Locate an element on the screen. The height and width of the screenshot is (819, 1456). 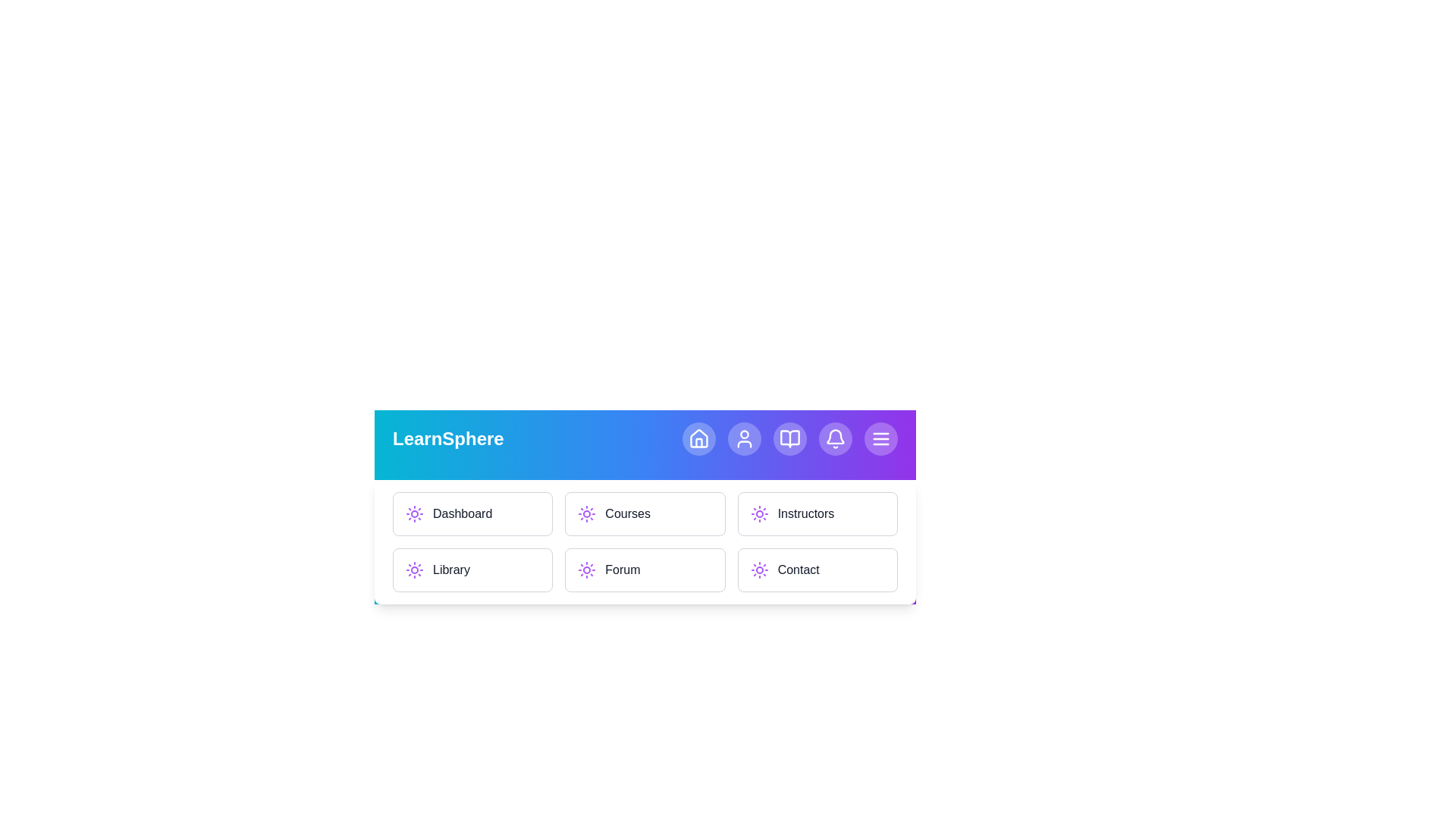
the Menu navigation icon is located at coordinates (880, 438).